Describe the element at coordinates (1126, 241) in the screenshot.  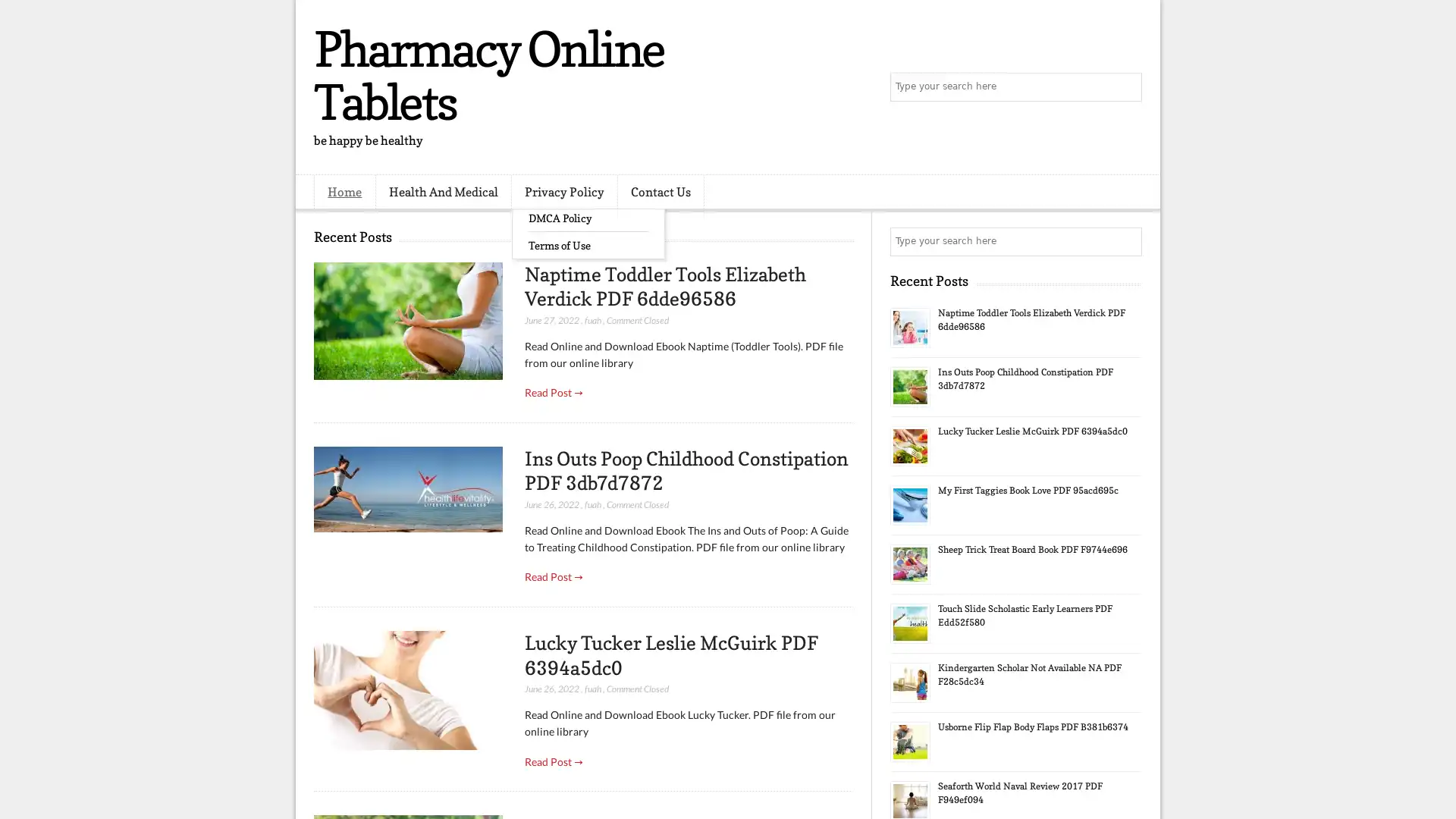
I see `Search` at that location.